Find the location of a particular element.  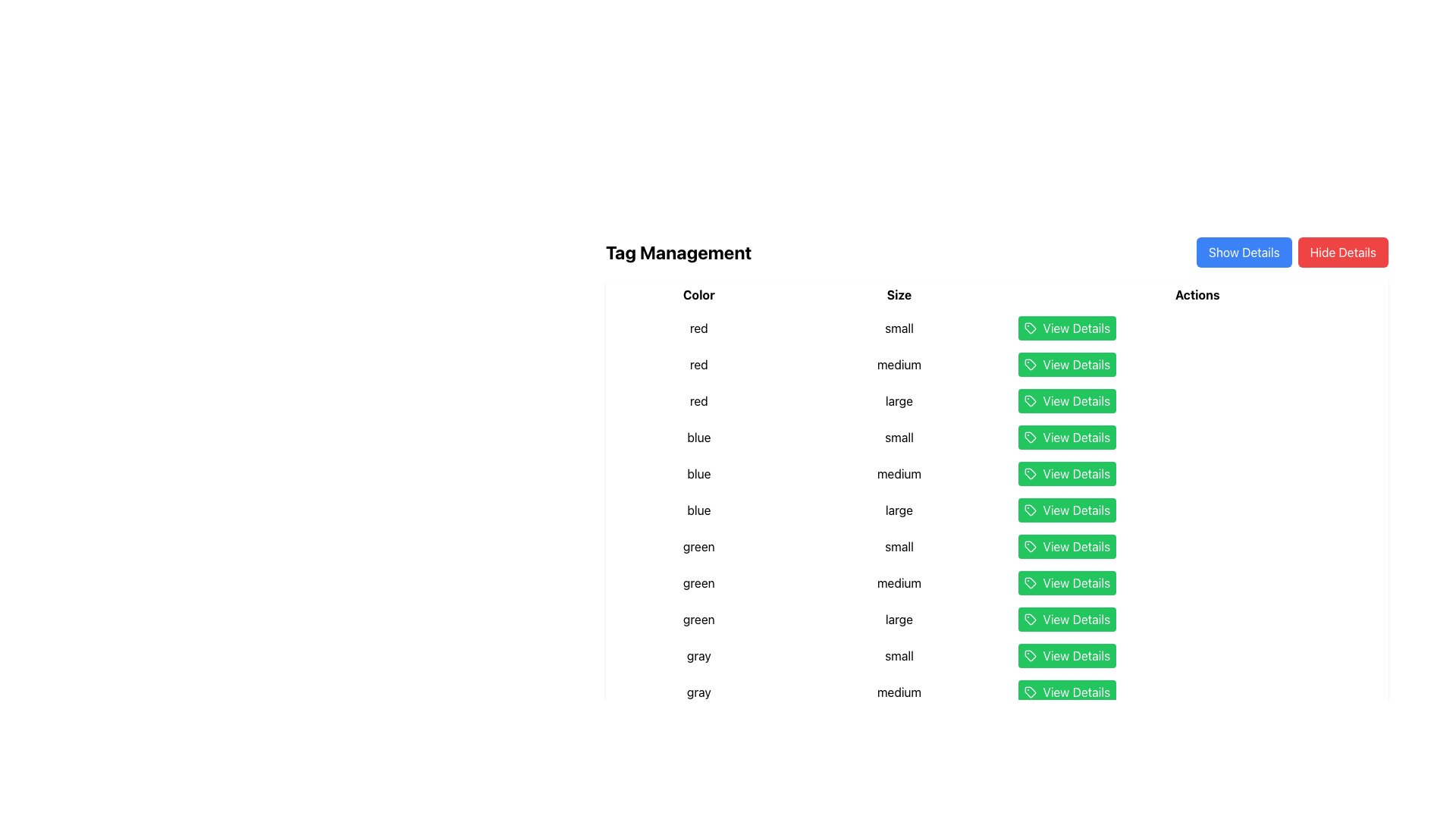

the text element indicating the size attribute 'large' associated with the 'blue' tag within the 'Size' column of the table is located at coordinates (899, 510).